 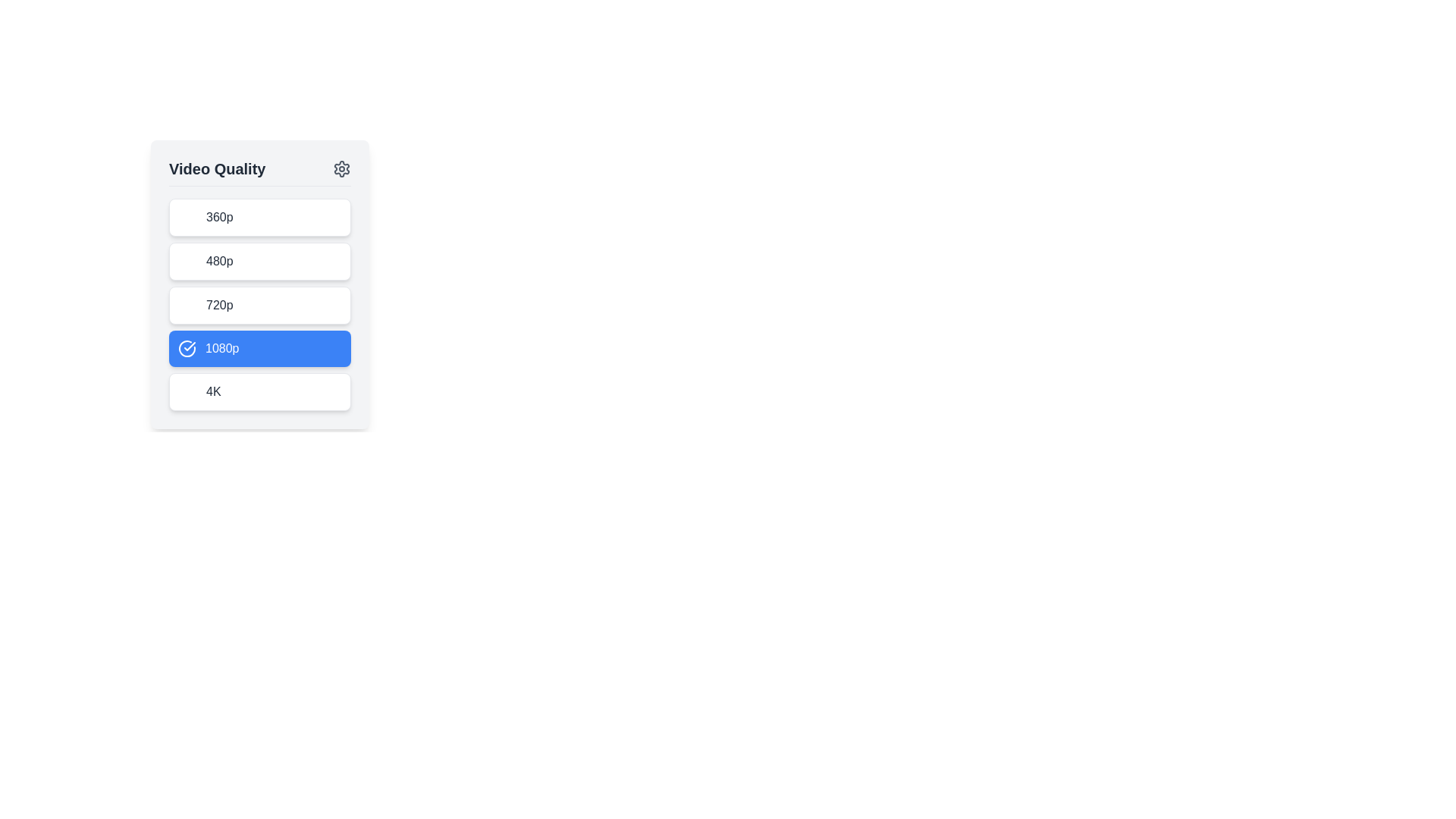 I want to click on header text labeled 'Video Quality', which is styled with bold, large font and features a settings icon to its right, so click(x=259, y=171).